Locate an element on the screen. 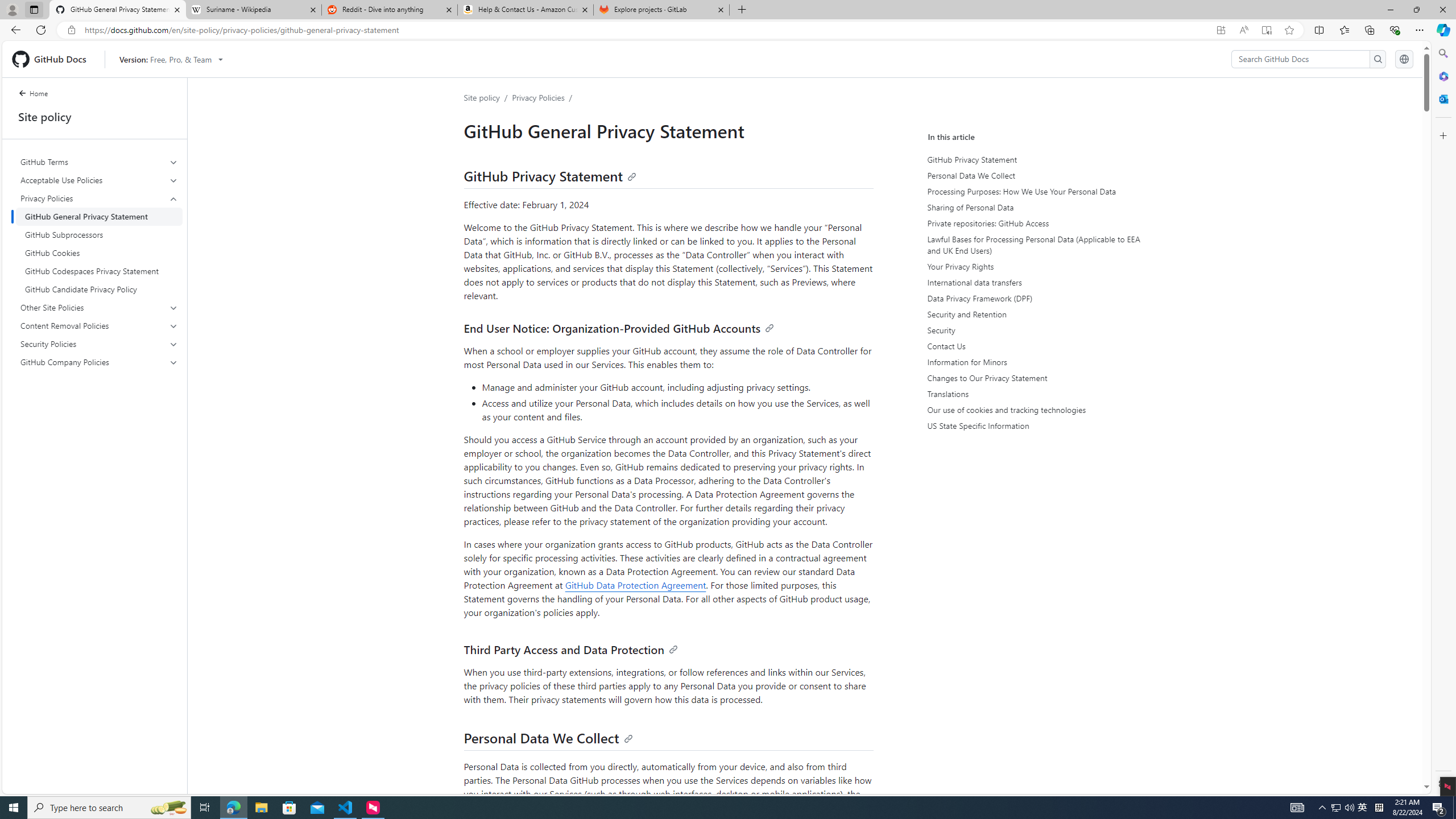 The image size is (1456, 819). 'Site policy/' is located at coordinates (487, 97).